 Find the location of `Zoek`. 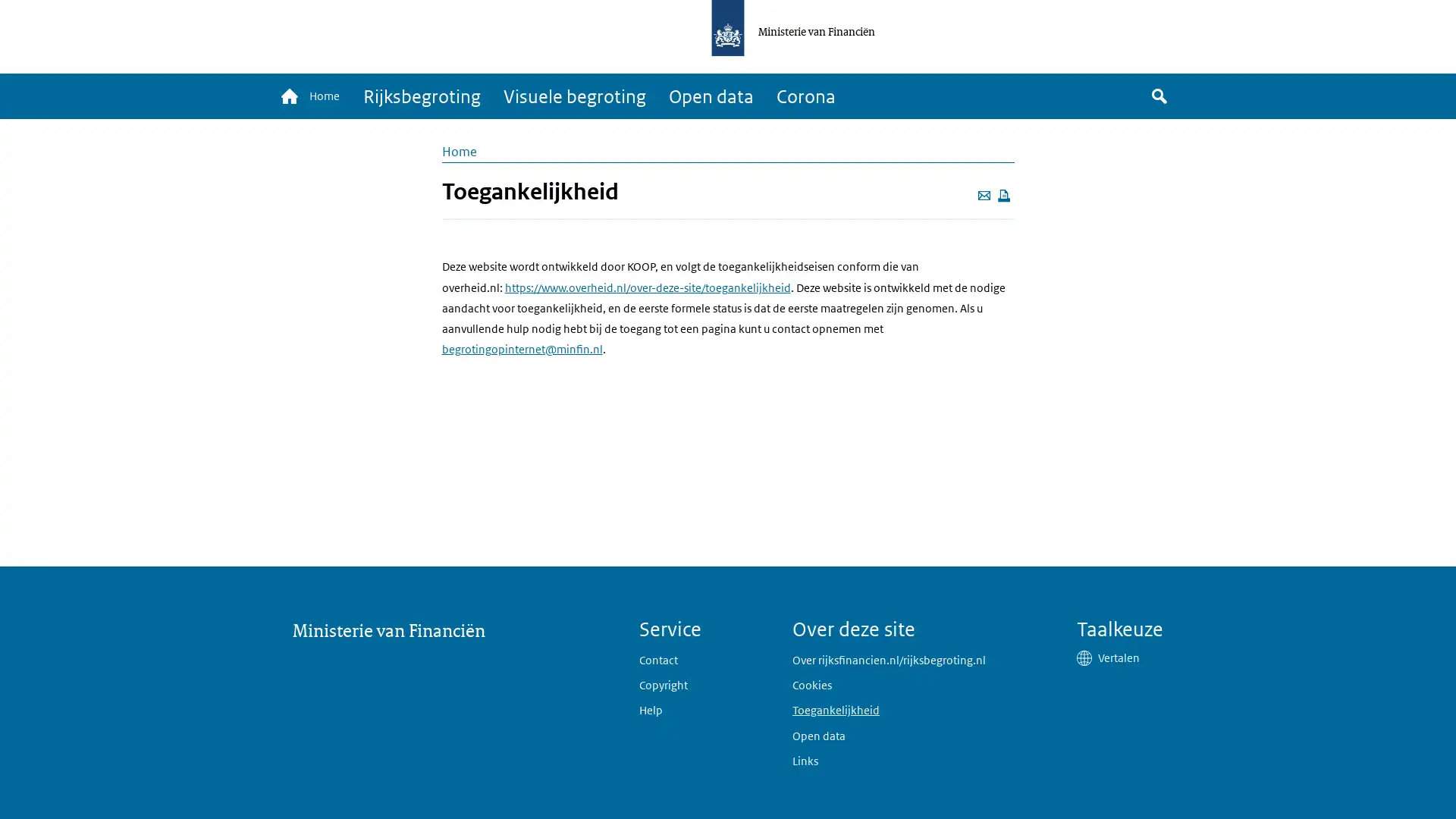

Zoek is located at coordinates (1159, 97).